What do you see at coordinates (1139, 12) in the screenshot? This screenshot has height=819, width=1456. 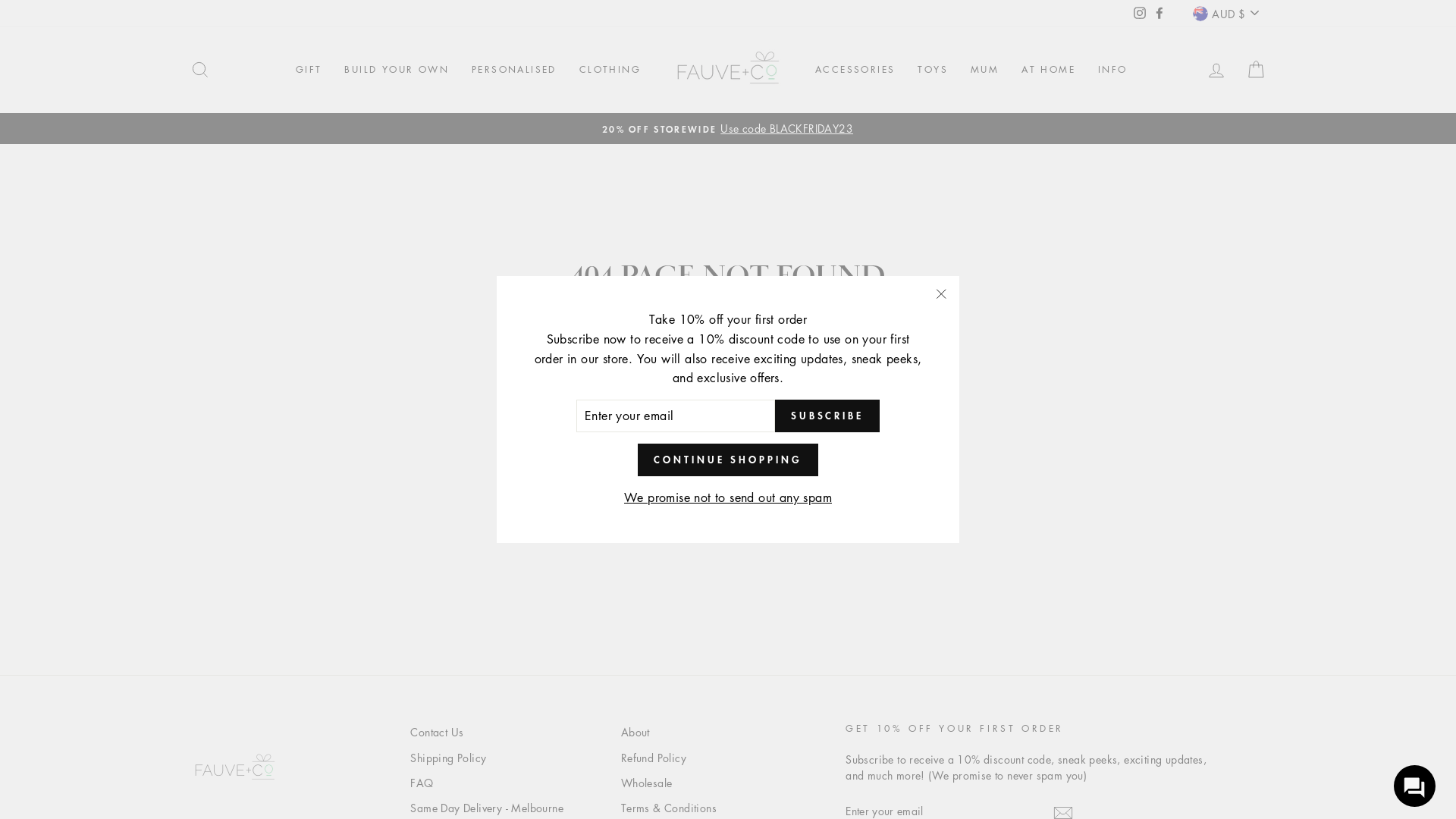 I see `'Instagram'` at bounding box center [1139, 12].